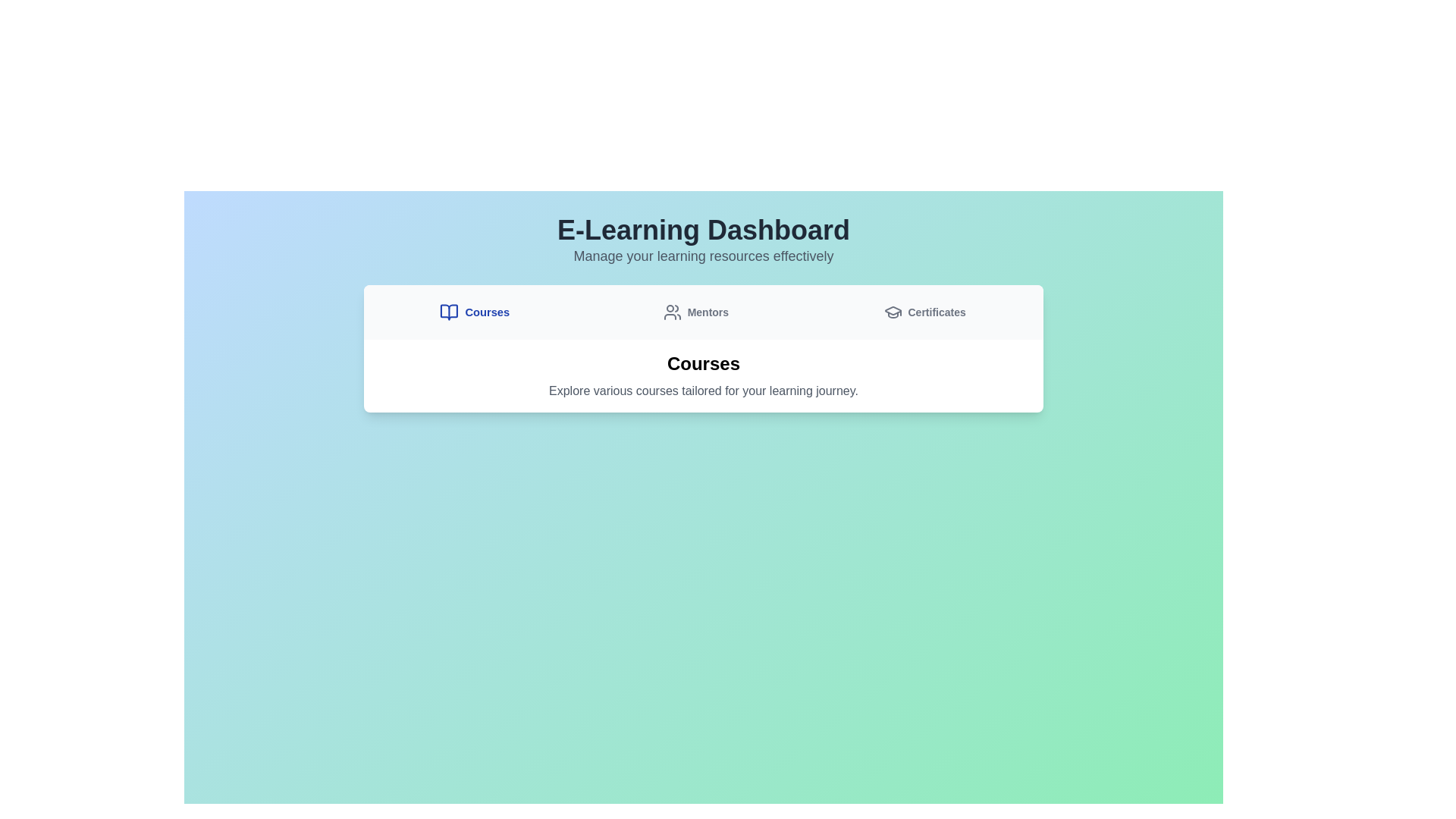 The image size is (1456, 819). What do you see at coordinates (924, 312) in the screenshot?
I see `the 'Certificates' tab to view the certificates section` at bounding box center [924, 312].